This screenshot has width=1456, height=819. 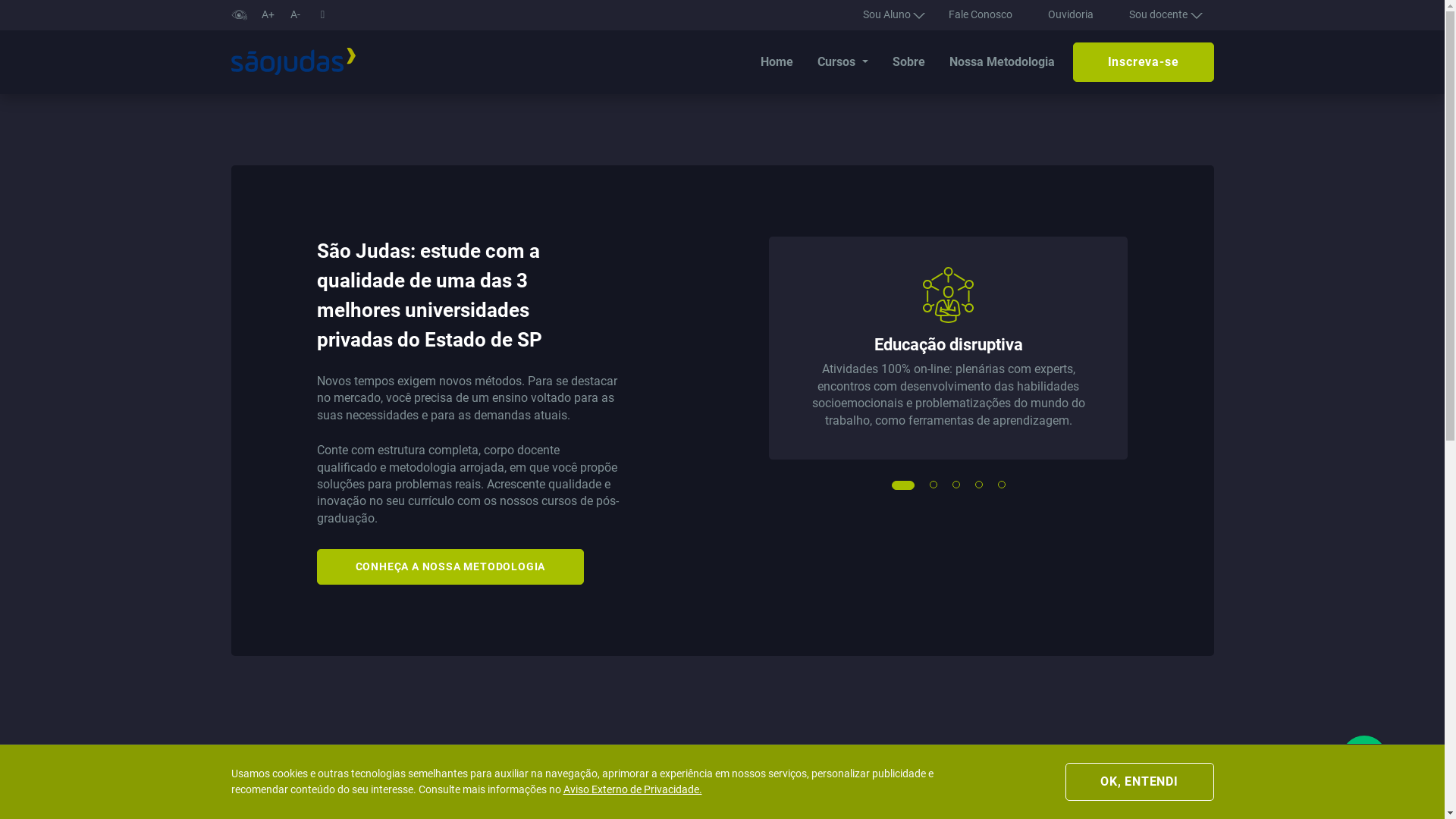 What do you see at coordinates (1143, 61) in the screenshot?
I see `'Inscreva-se'` at bounding box center [1143, 61].